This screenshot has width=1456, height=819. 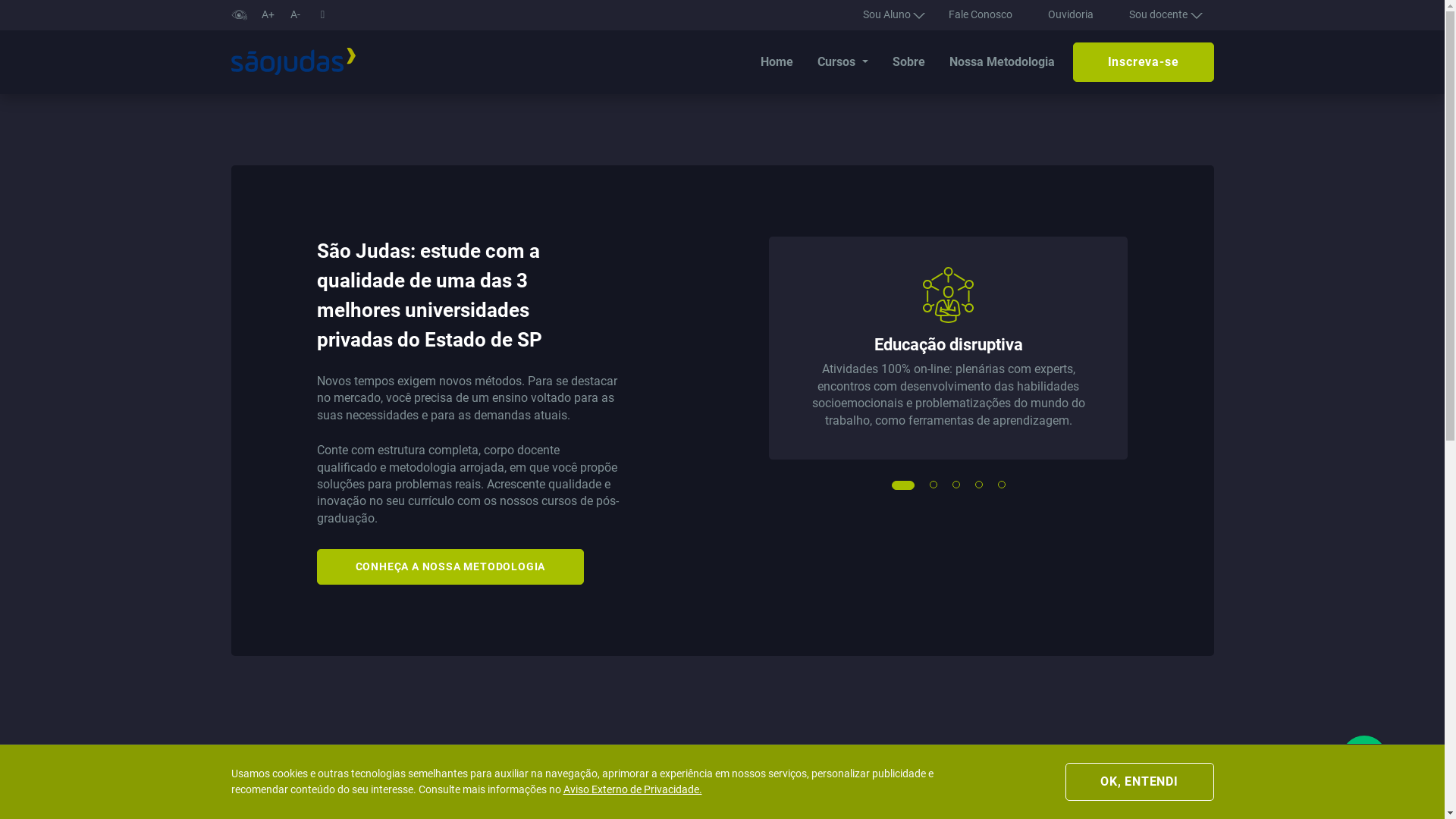 What do you see at coordinates (1143, 61) in the screenshot?
I see `'Inscreva-se'` at bounding box center [1143, 61].